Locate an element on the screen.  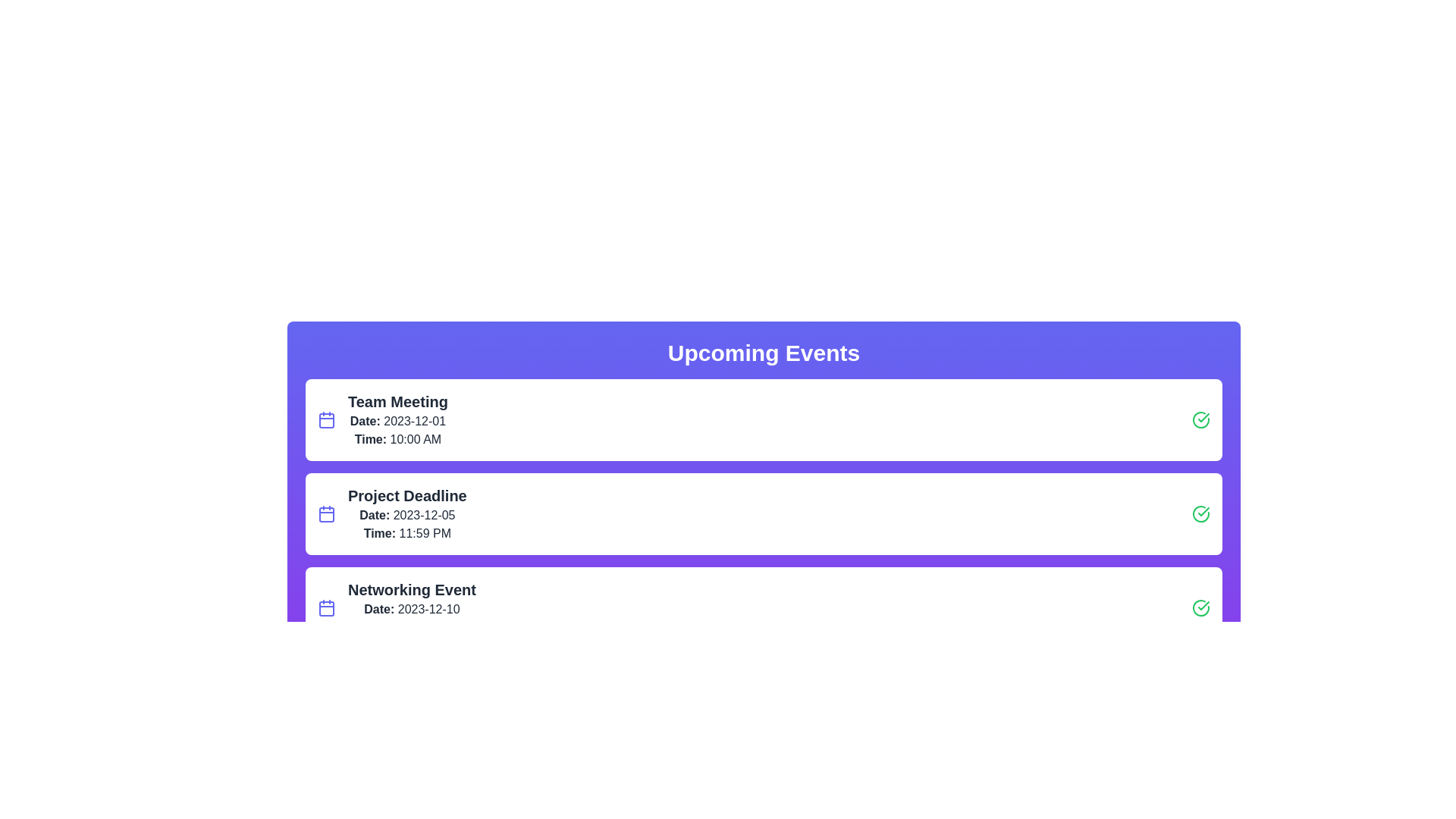
the confirmation status icon located on the rightmost side of the 'Team Meeting' card in the 'Upcoming Events' section, positioned next to the date and time text is located at coordinates (1200, 420).